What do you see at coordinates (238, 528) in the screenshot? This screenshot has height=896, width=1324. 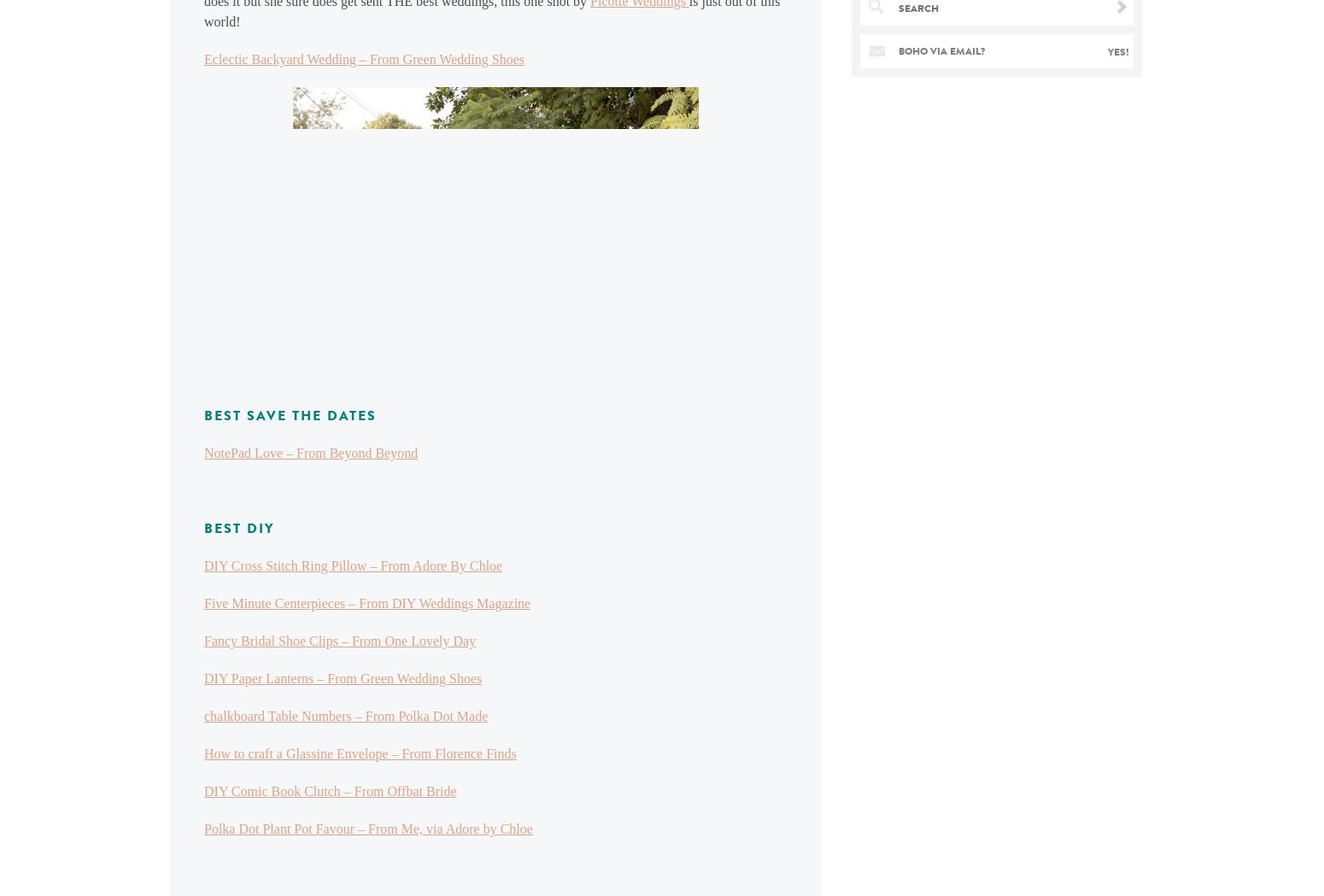 I see `'Best DIY'` at bounding box center [238, 528].